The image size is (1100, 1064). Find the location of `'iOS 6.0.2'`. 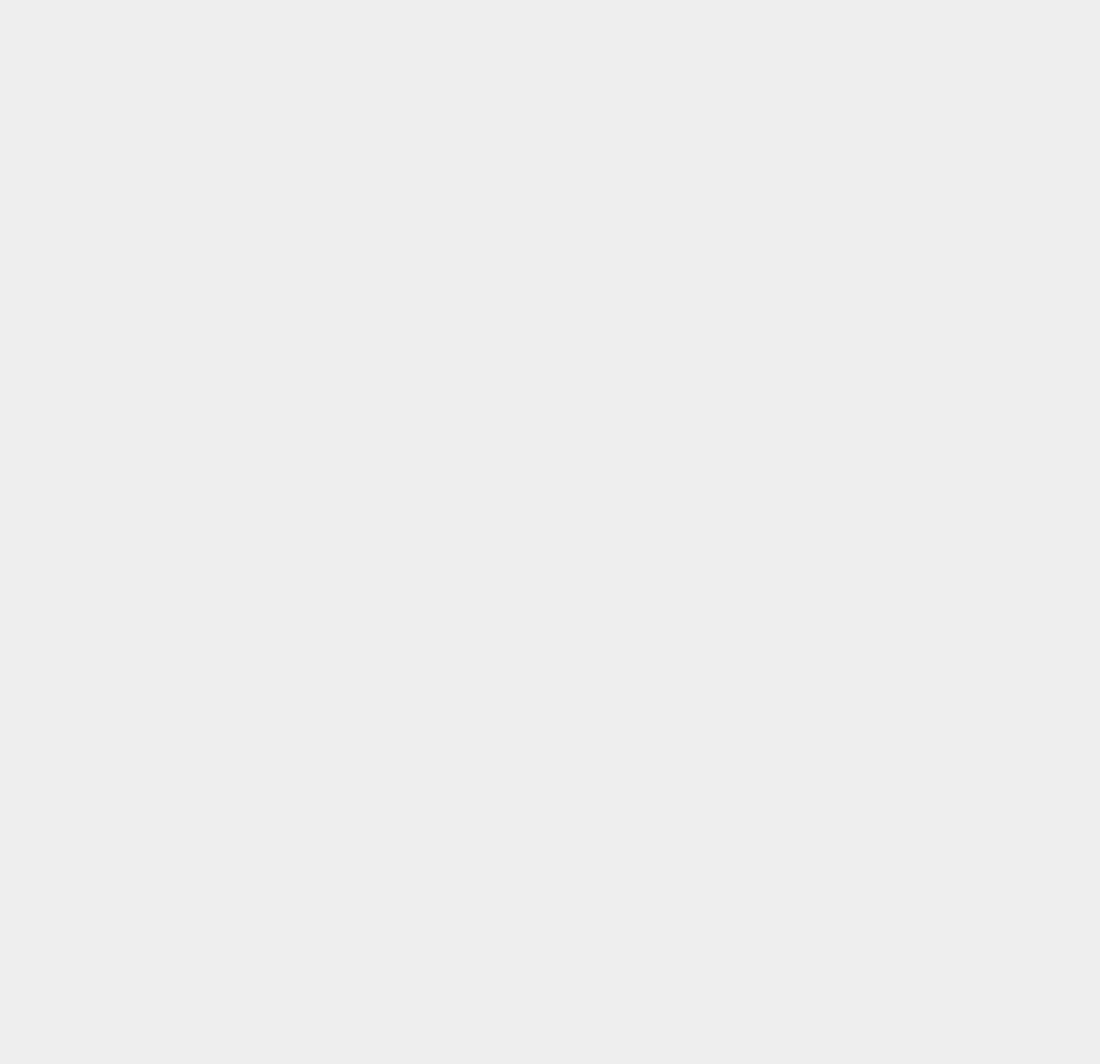

'iOS 6.0.2' is located at coordinates (805, 128).